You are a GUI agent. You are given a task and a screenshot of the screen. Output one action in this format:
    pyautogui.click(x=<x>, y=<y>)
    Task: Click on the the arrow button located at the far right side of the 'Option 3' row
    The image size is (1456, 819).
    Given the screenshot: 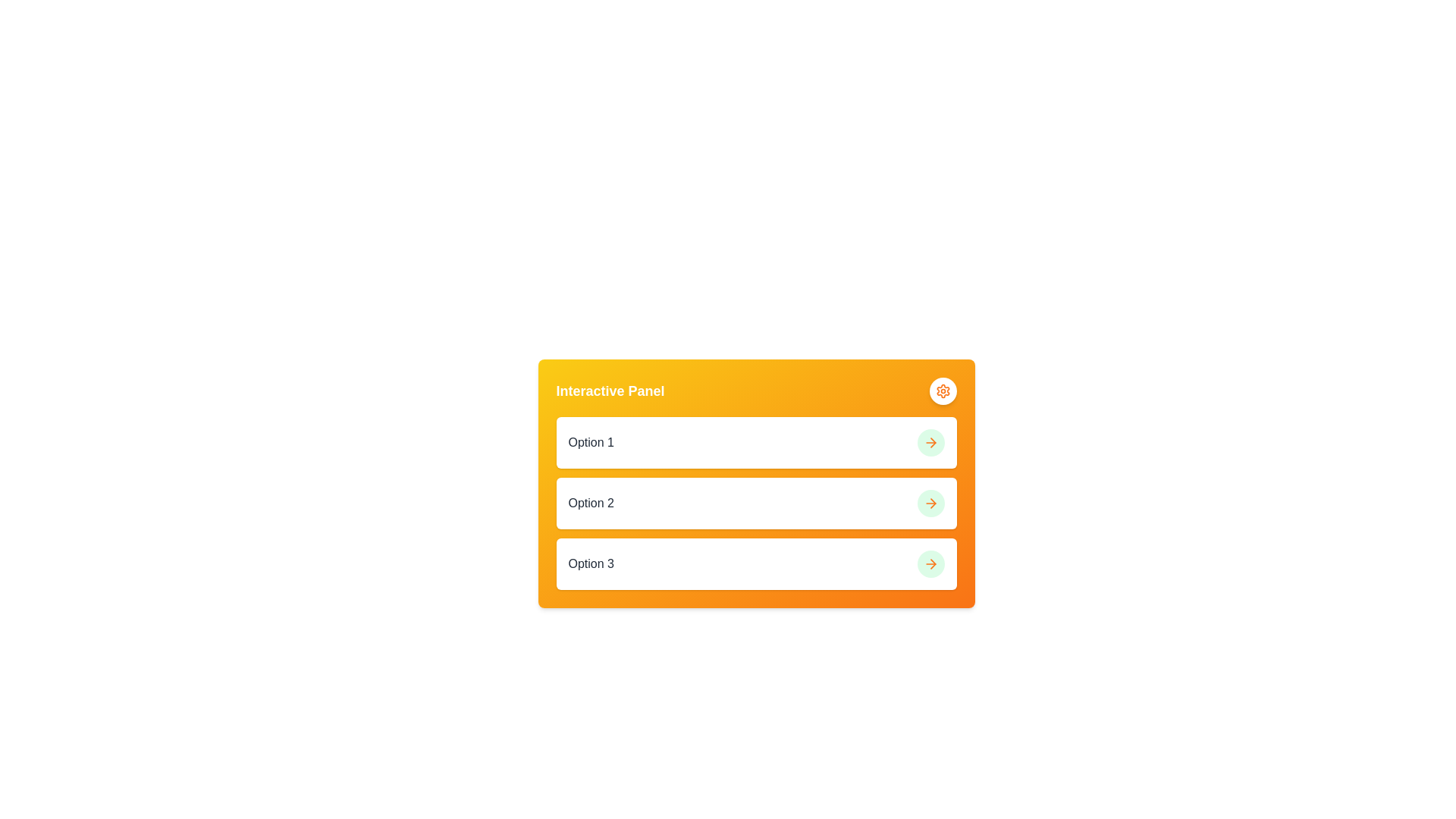 What is the action you would take?
    pyautogui.click(x=930, y=564)
    